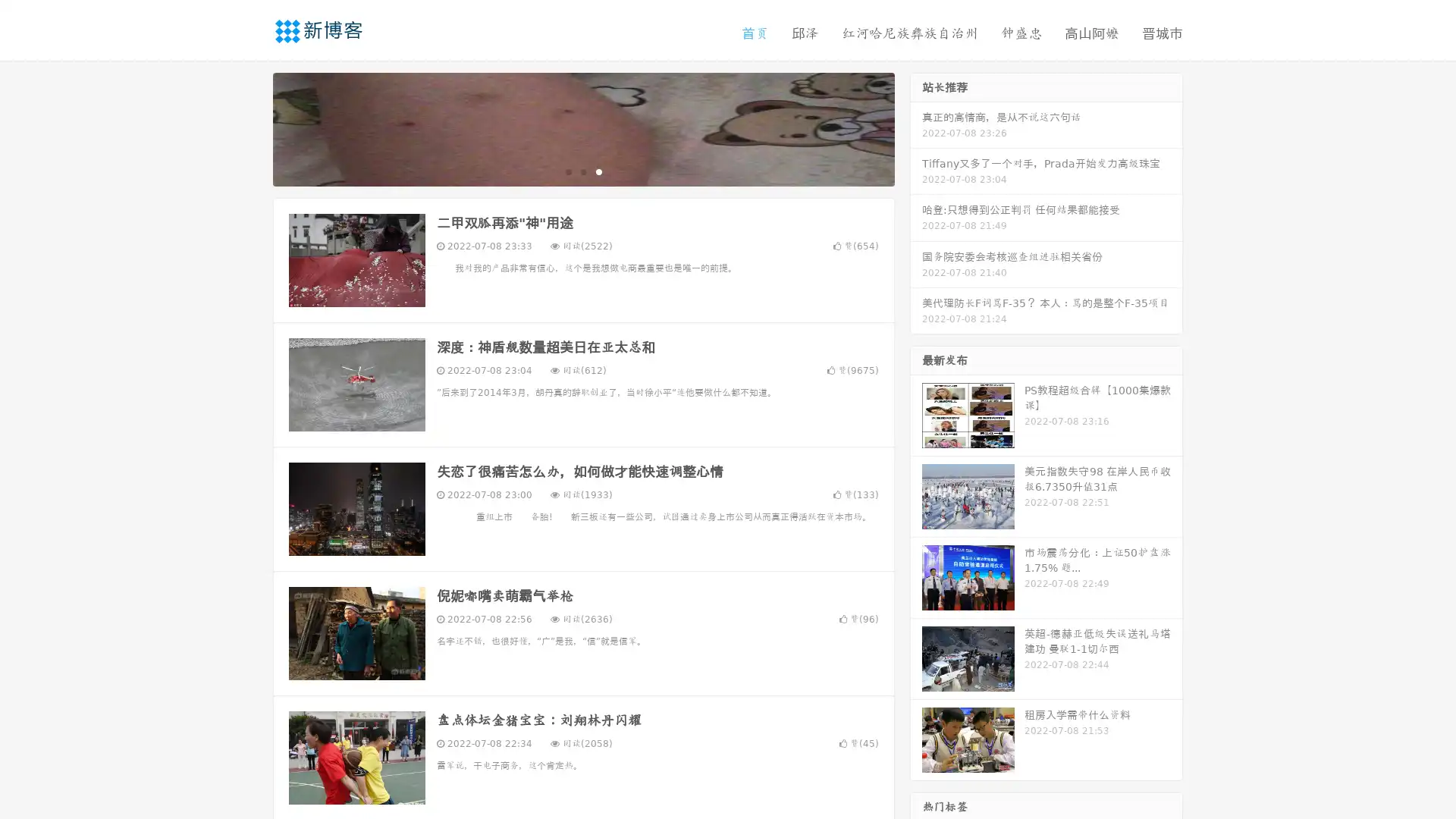 The image size is (1456, 819). What do you see at coordinates (598, 171) in the screenshot?
I see `Go to slide 3` at bounding box center [598, 171].